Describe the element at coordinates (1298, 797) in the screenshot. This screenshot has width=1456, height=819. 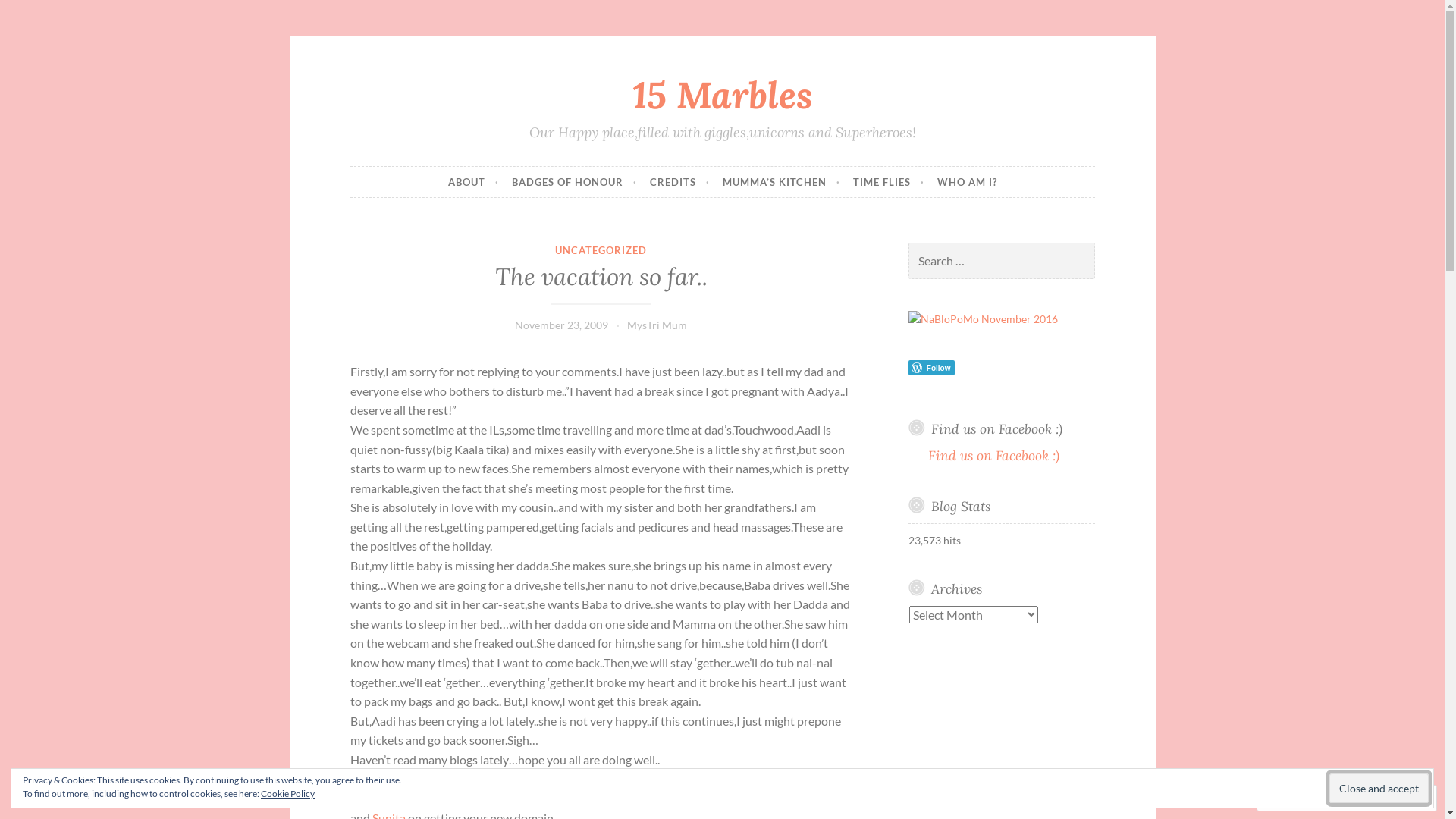
I see `'Comment'` at that location.